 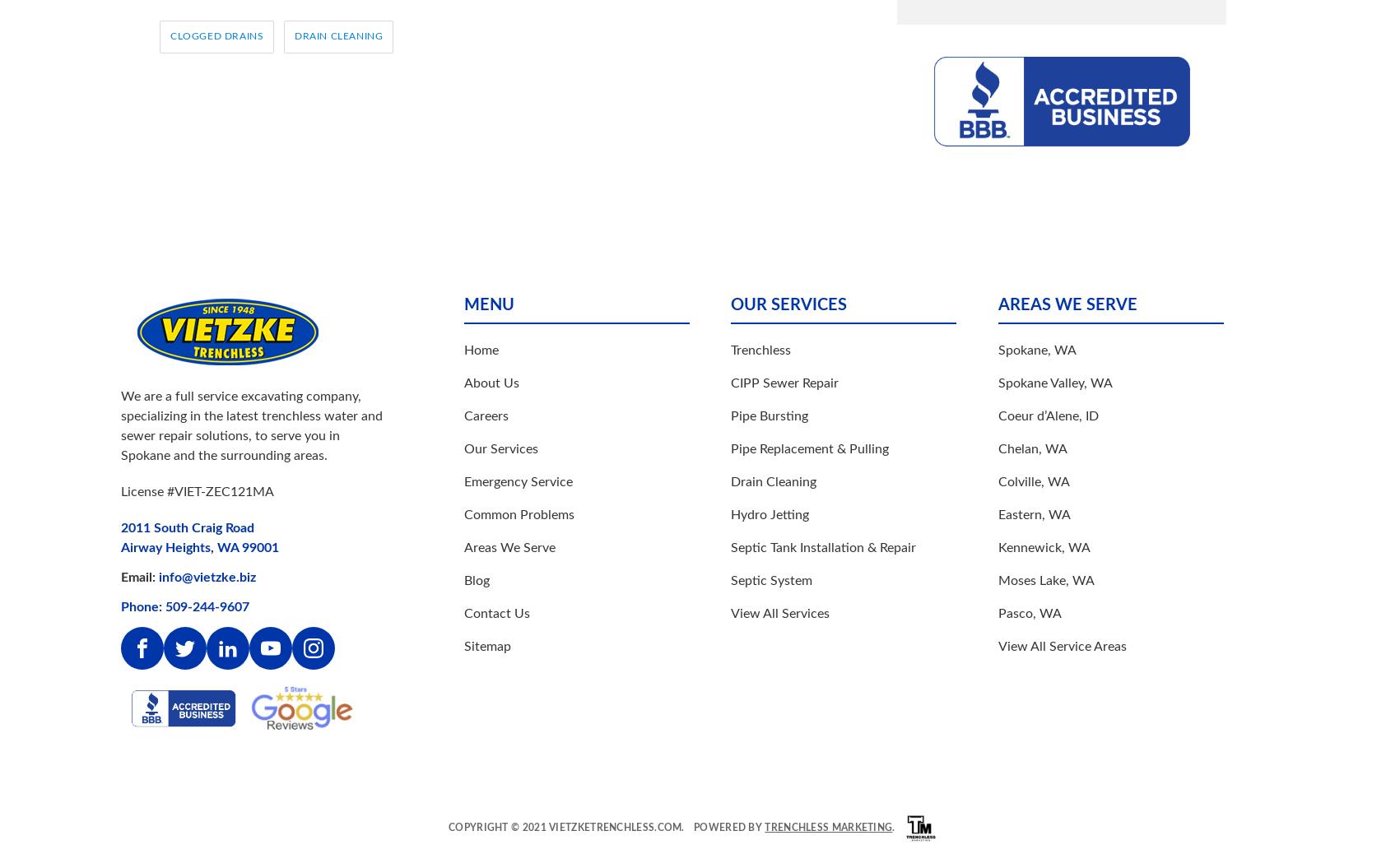 What do you see at coordinates (760, 348) in the screenshot?
I see `'Trenchless'` at bounding box center [760, 348].